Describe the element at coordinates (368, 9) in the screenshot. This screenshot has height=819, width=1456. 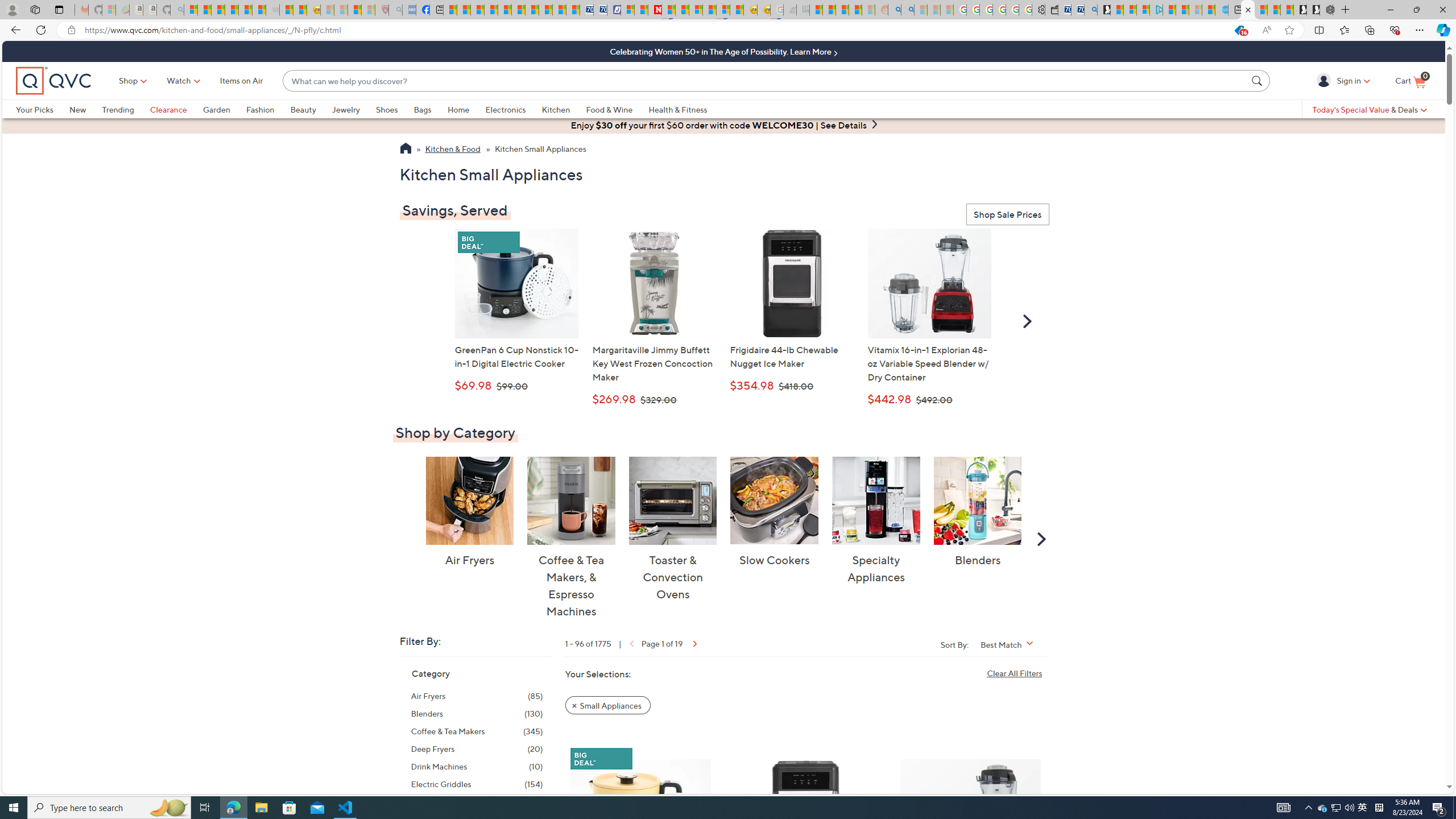
I see `'12 Popular Science Lies that Must be Corrected - Sleeping'` at that location.